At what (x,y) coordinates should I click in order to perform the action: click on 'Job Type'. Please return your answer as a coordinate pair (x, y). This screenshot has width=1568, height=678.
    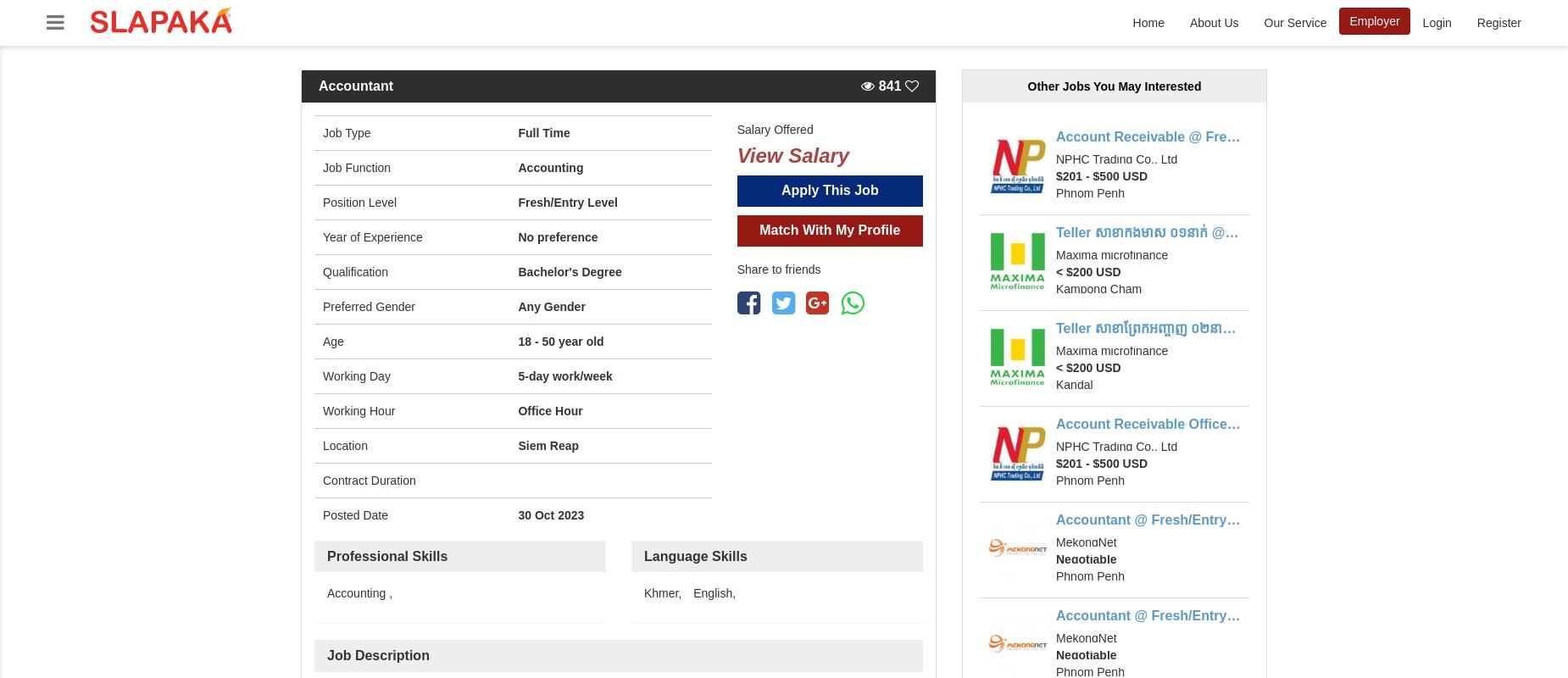
    Looking at the image, I should click on (321, 132).